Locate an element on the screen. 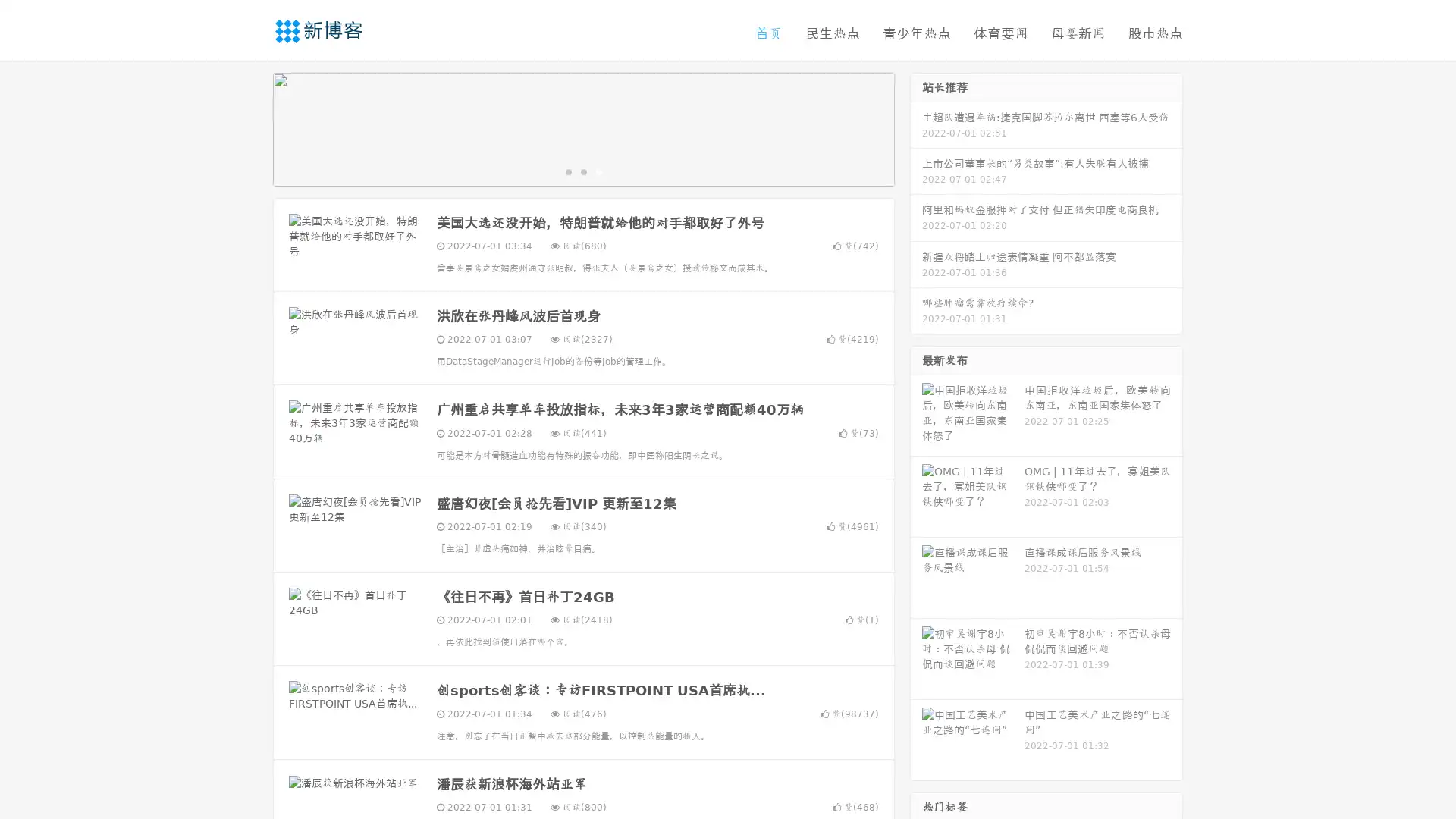 Image resolution: width=1456 pixels, height=819 pixels. Previous slide is located at coordinates (250, 127).